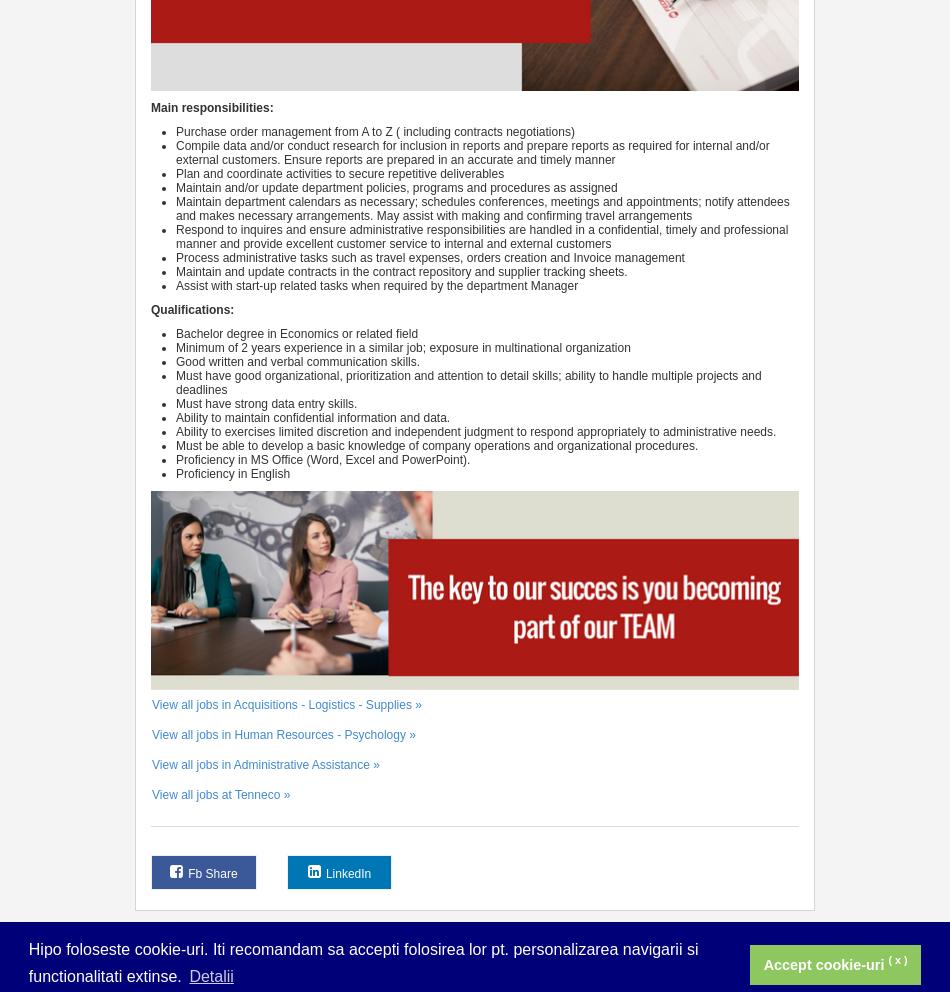  What do you see at coordinates (375, 284) in the screenshot?
I see `'Assist with start-up related tasks when required by the department Manager'` at bounding box center [375, 284].